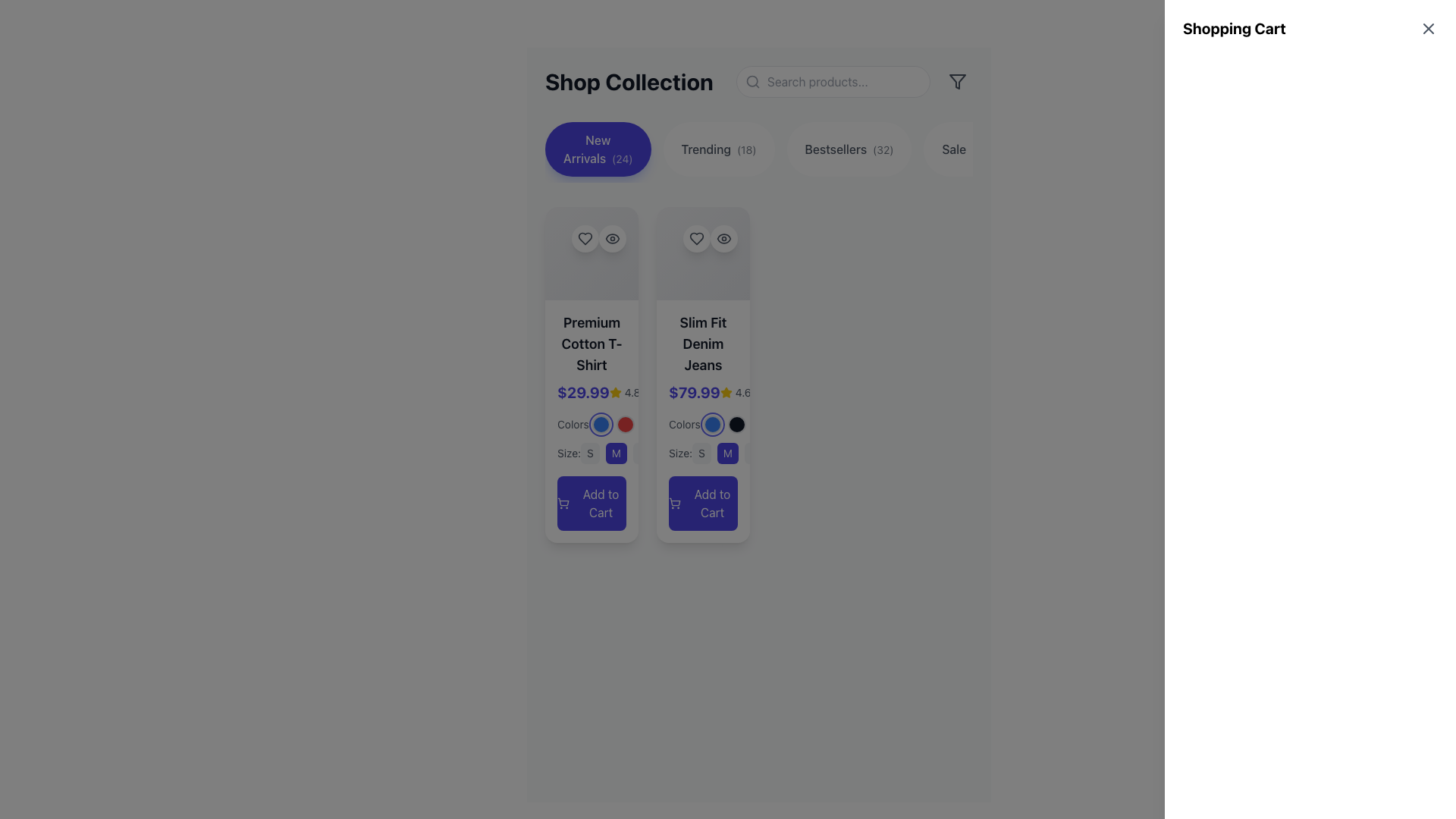  I want to click on the 'New Arrivals' button located in the navigation group beneath the 'Shop Collection' title by, so click(597, 149).